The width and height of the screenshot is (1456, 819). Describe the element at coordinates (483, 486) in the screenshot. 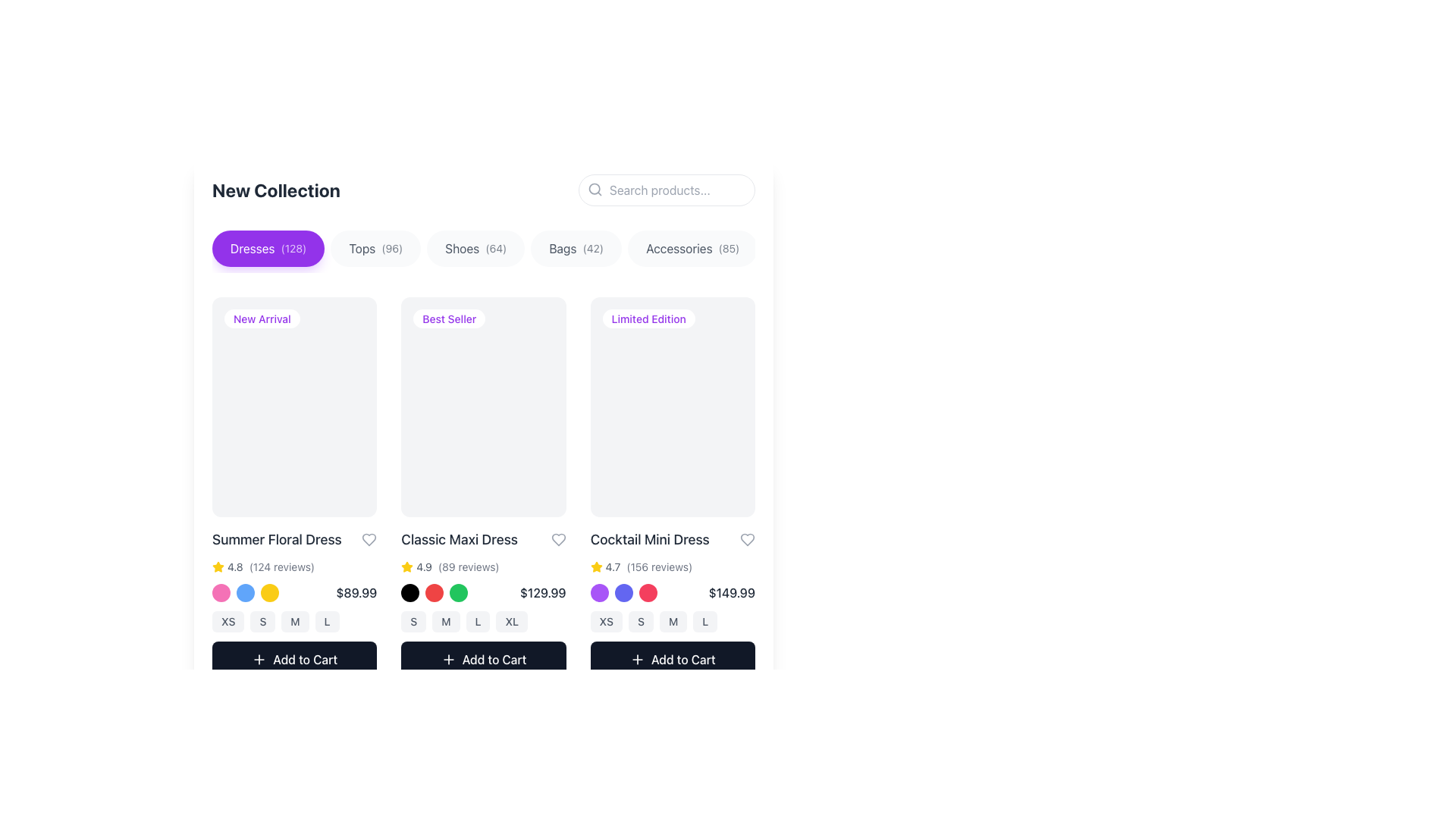

I see `the Product card located in the second column of the product grid under the 'New Collection' section to interact with it or see additional details` at that location.